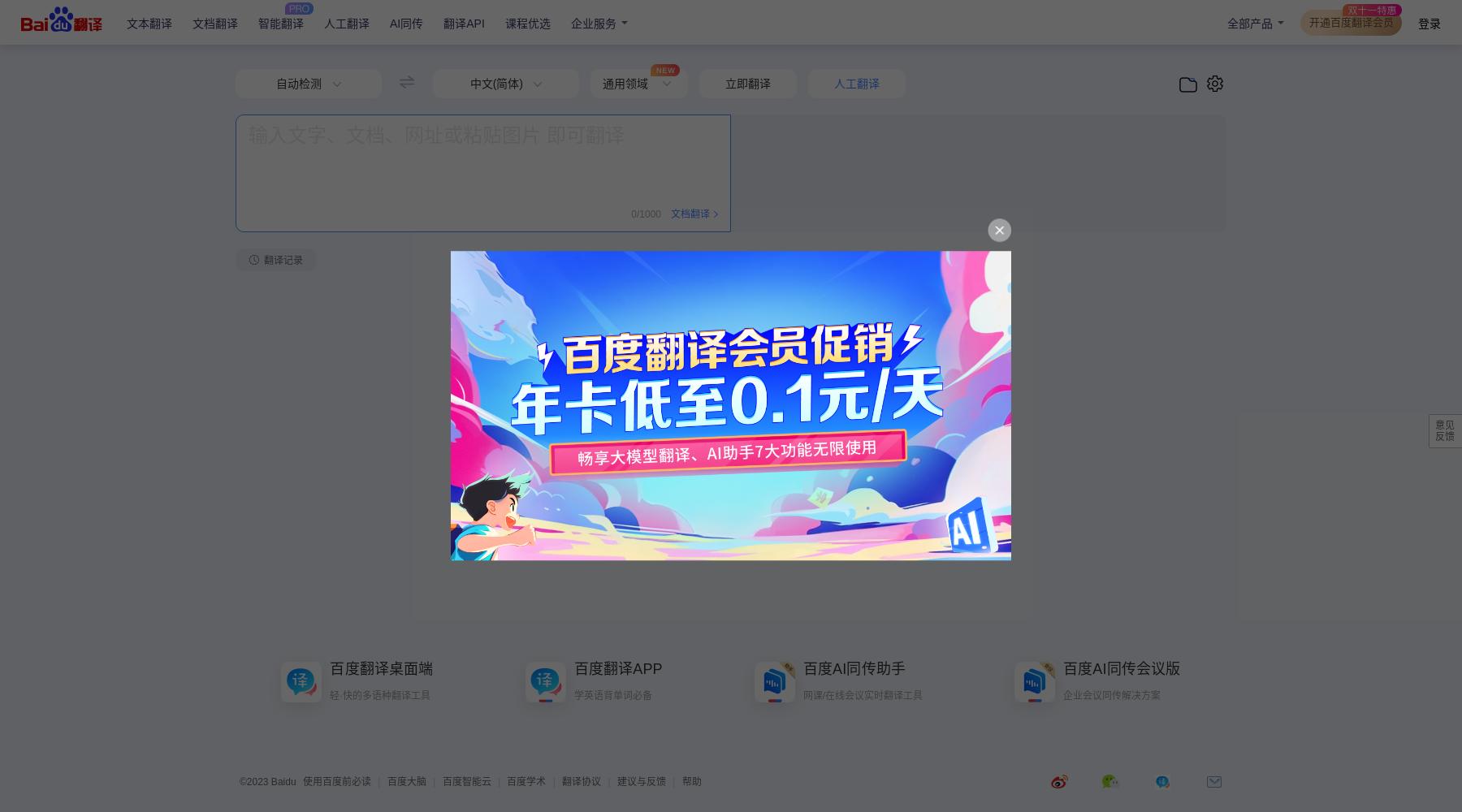 This screenshot has height=812, width=1462. I want to click on '©2023 Baidu', so click(266, 781).